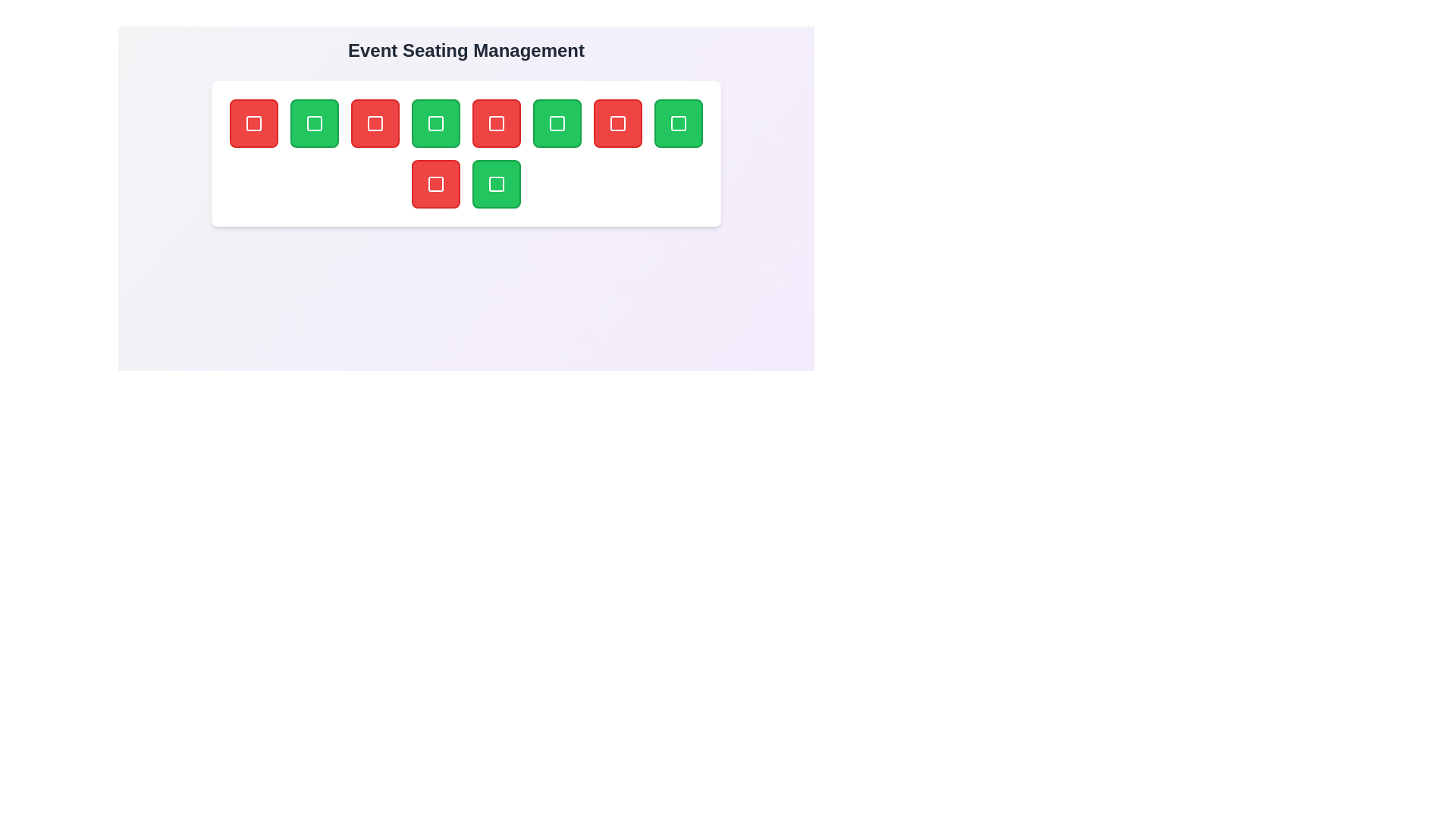  Describe the element at coordinates (496, 184) in the screenshot. I see `the SVG Rectangle with Rounded Edges located in the fourth green square of the second row in the seating management interface` at that location.